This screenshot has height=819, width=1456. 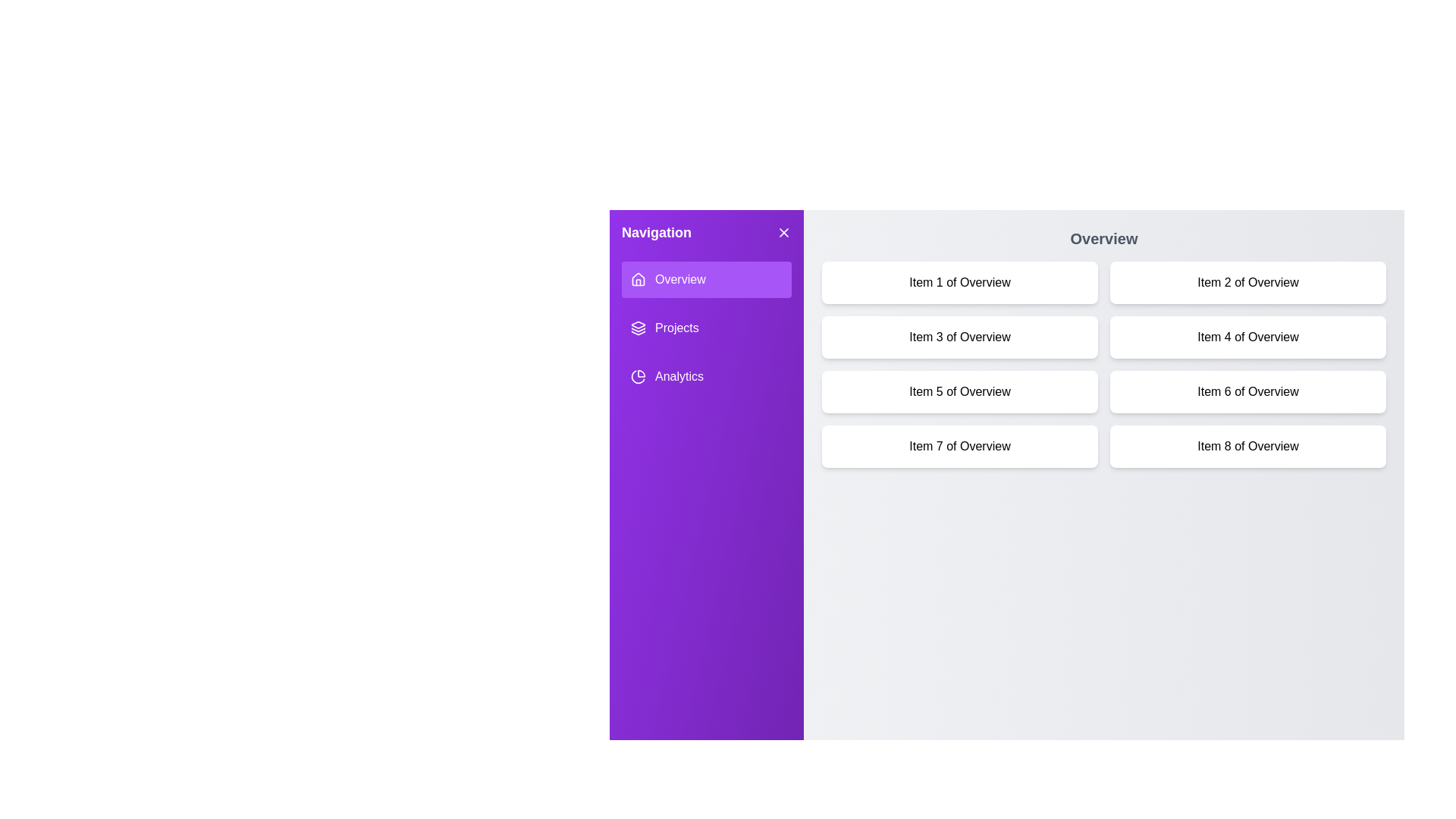 What do you see at coordinates (705, 327) in the screenshot?
I see `the navigation tab Projects` at bounding box center [705, 327].